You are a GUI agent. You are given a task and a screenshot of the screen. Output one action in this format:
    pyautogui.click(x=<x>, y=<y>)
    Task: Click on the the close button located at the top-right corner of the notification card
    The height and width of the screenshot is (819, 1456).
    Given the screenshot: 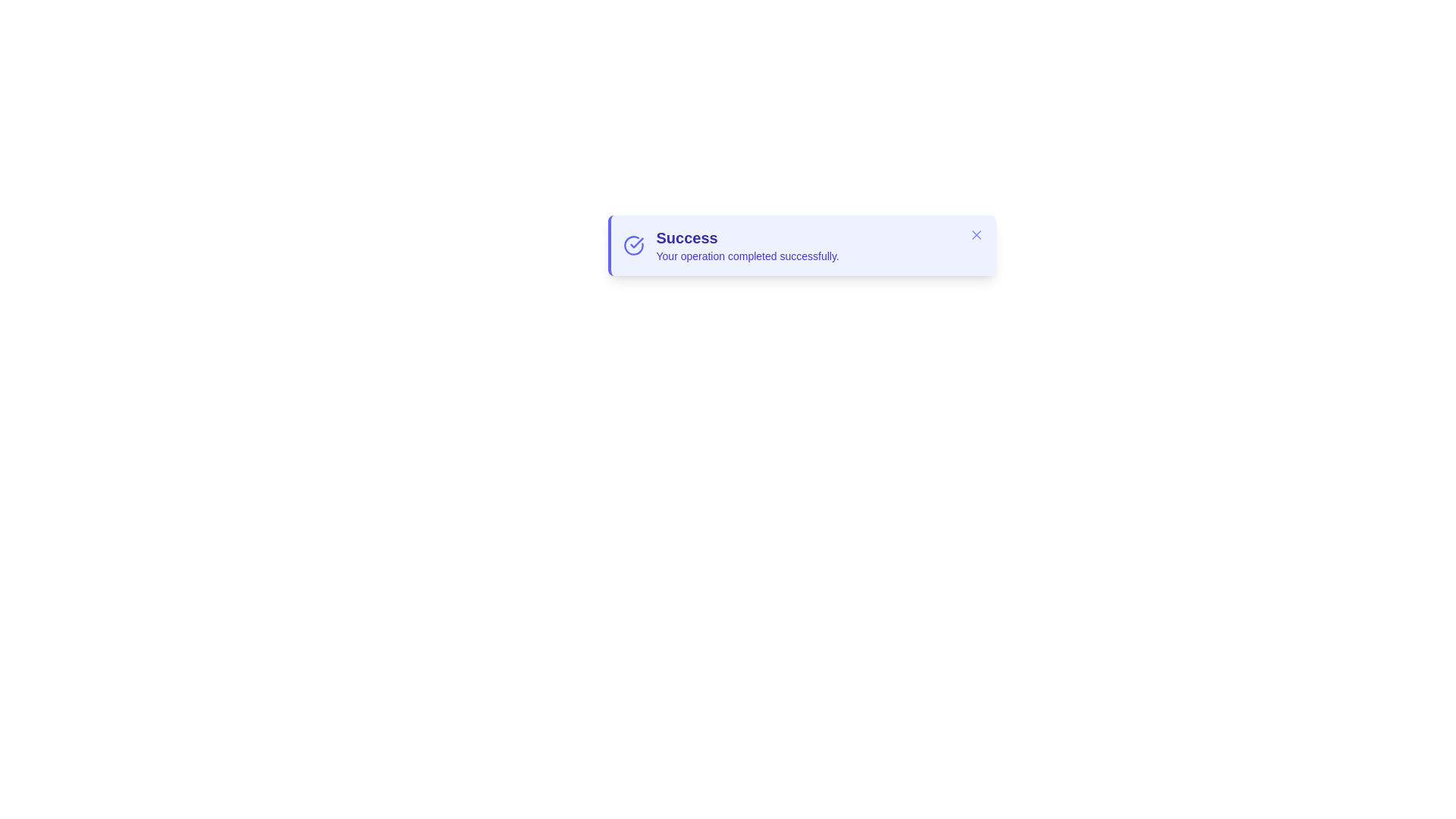 What is the action you would take?
    pyautogui.click(x=976, y=234)
    